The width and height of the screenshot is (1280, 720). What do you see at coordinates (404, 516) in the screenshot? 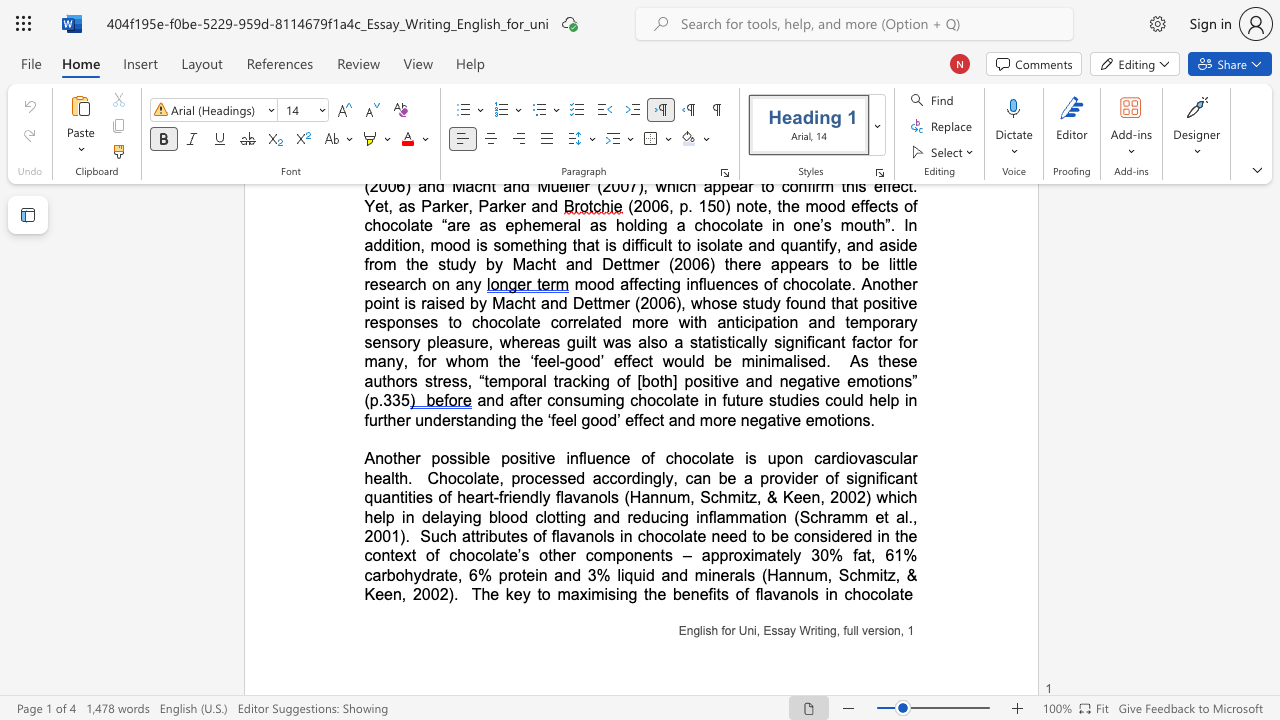
I see `the subset text "n delaying blood clotting and" within the text "Chocolate, processed accordingly, can be a provider of significant quantities of heart-friendly flavanols (Hannum, Schmitz, & Keen, 2002) which help in delaying blood clotting and reducing inflammation (Schramm et al., 2001)"` at bounding box center [404, 516].